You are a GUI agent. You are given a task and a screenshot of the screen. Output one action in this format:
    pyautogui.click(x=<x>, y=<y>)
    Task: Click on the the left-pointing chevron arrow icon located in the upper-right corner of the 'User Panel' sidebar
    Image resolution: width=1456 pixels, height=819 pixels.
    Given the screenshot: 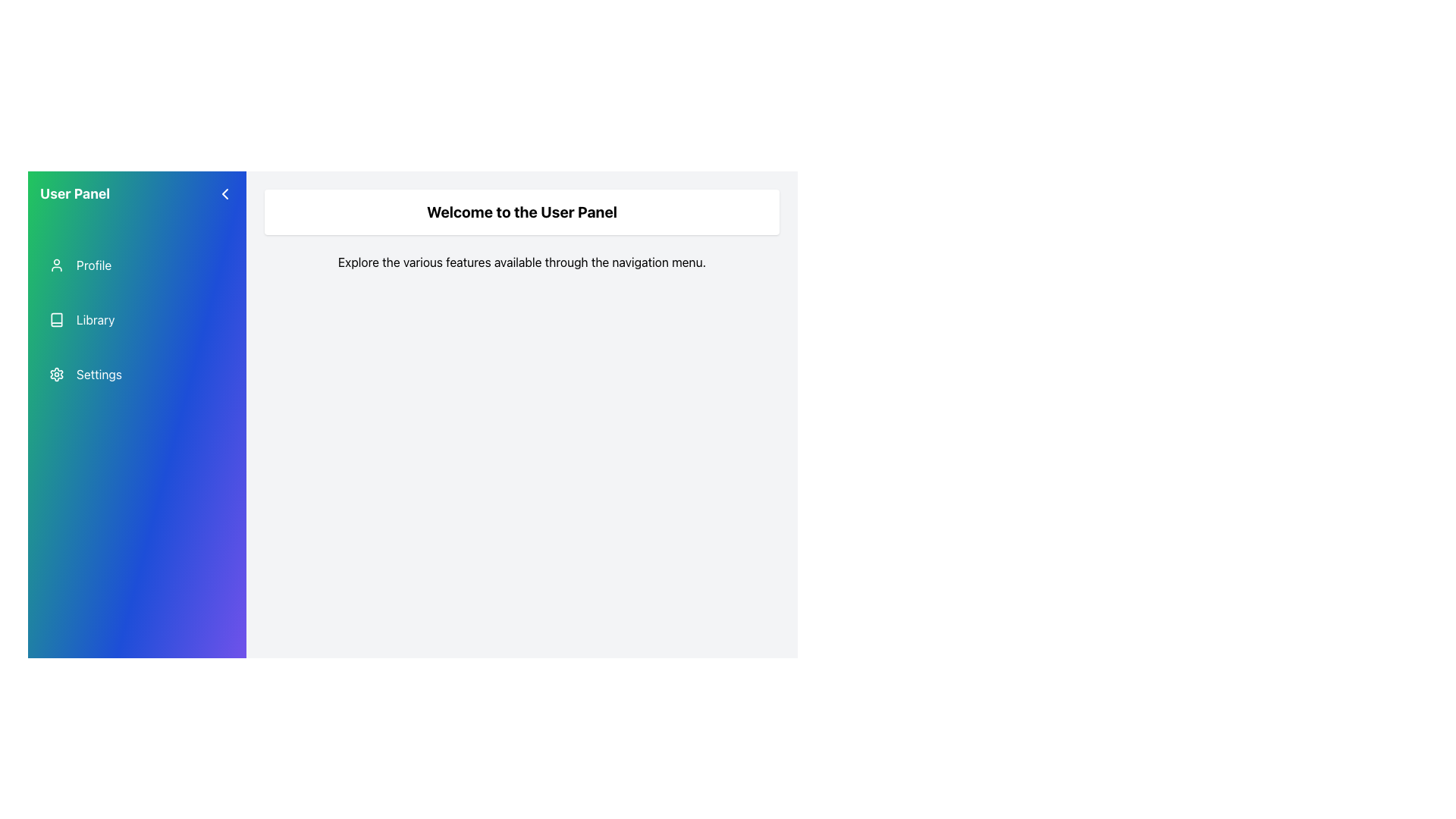 What is the action you would take?
    pyautogui.click(x=224, y=193)
    